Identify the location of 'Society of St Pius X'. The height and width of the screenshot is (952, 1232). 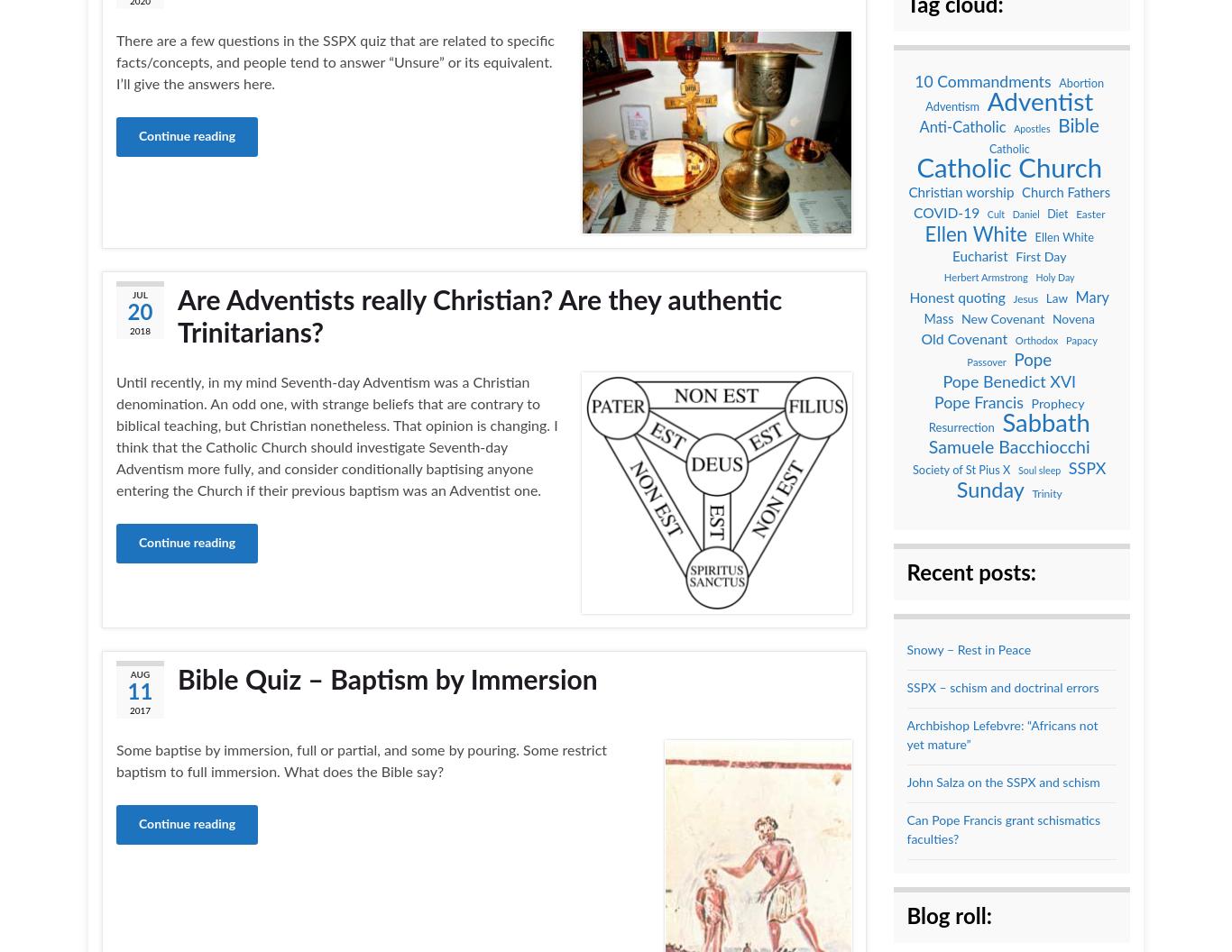
(961, 469).